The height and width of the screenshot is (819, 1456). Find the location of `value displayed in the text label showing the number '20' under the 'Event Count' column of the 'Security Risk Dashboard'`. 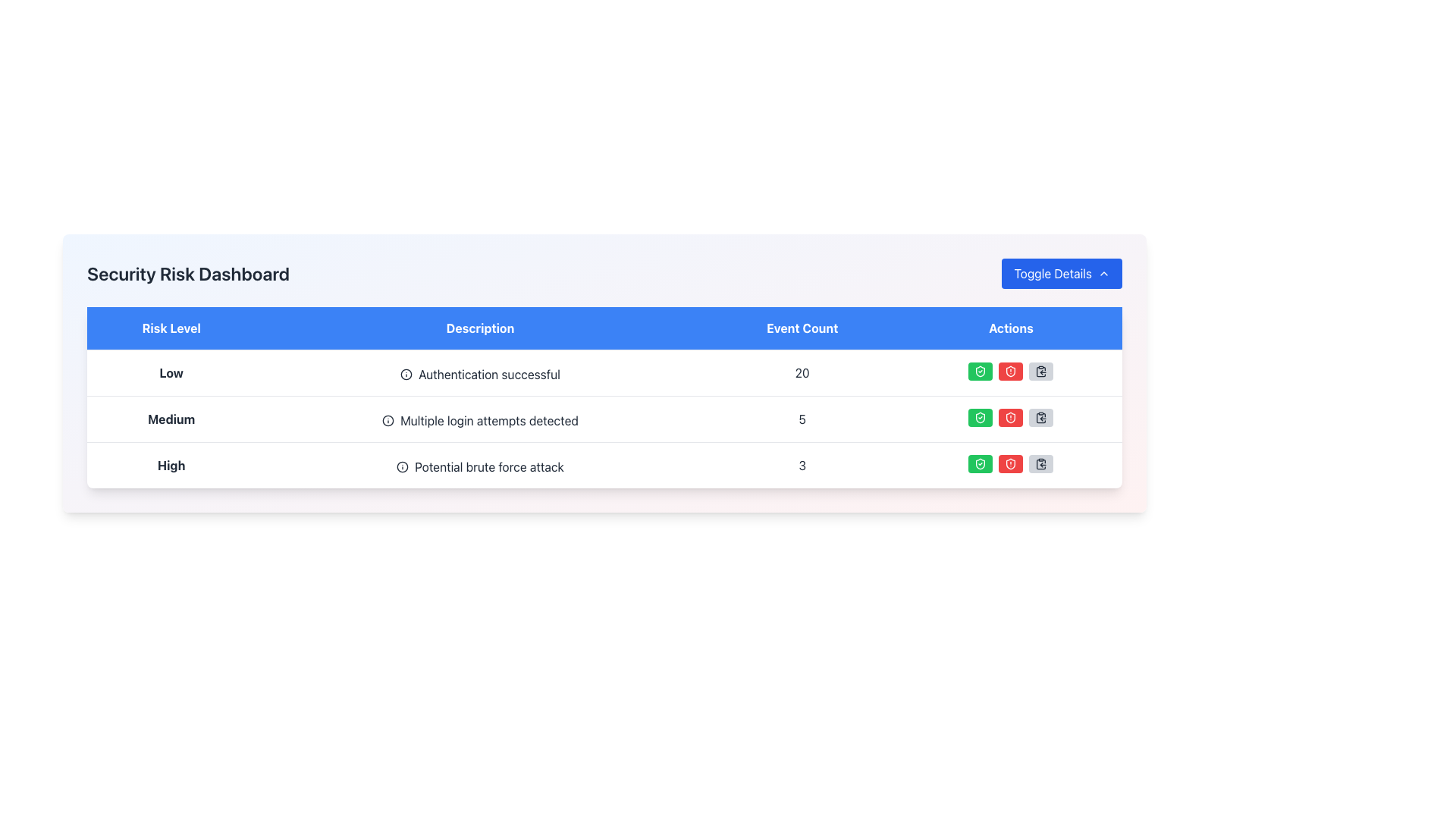

value displayed in the text label showing the number '20' under the 'Event Count' column of the 'Security Risk Dashboard' is located at coordinates (802, 373).